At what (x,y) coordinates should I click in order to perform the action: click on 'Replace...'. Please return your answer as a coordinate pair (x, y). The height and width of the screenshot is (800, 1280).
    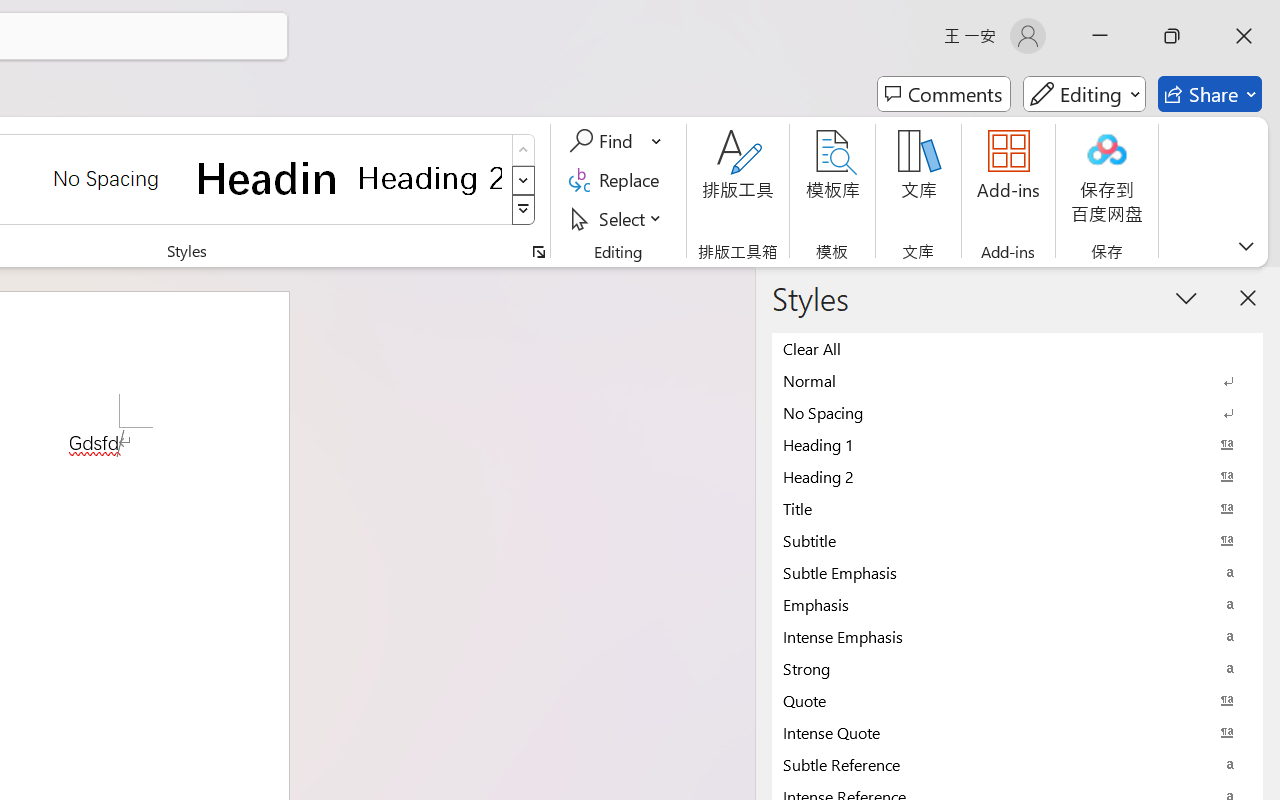
    Looking at the image, I should click on (616, 179).